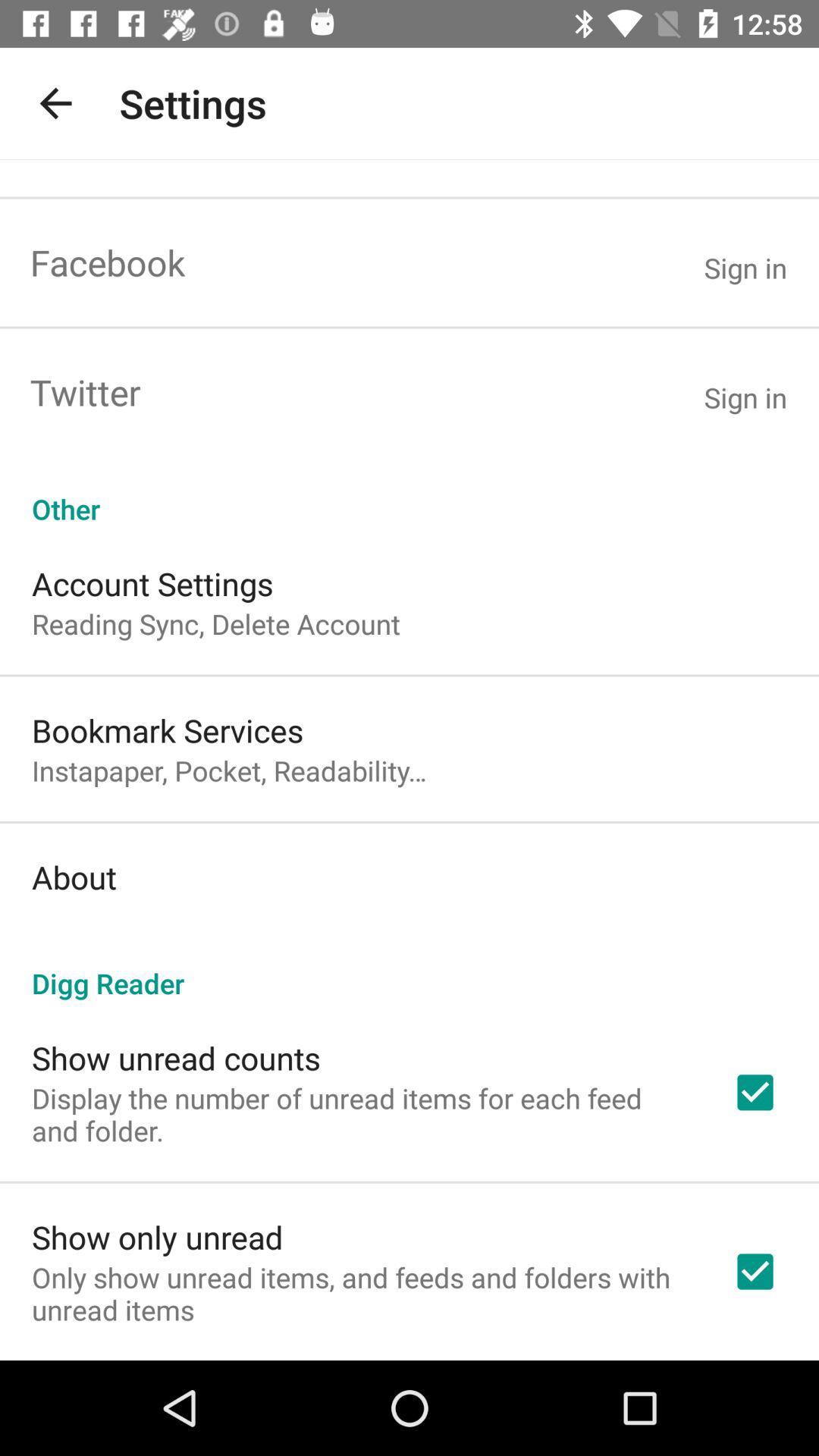 This screenshot has height=1456, width=819. I want to click on the facebook item, so click(107, 262).